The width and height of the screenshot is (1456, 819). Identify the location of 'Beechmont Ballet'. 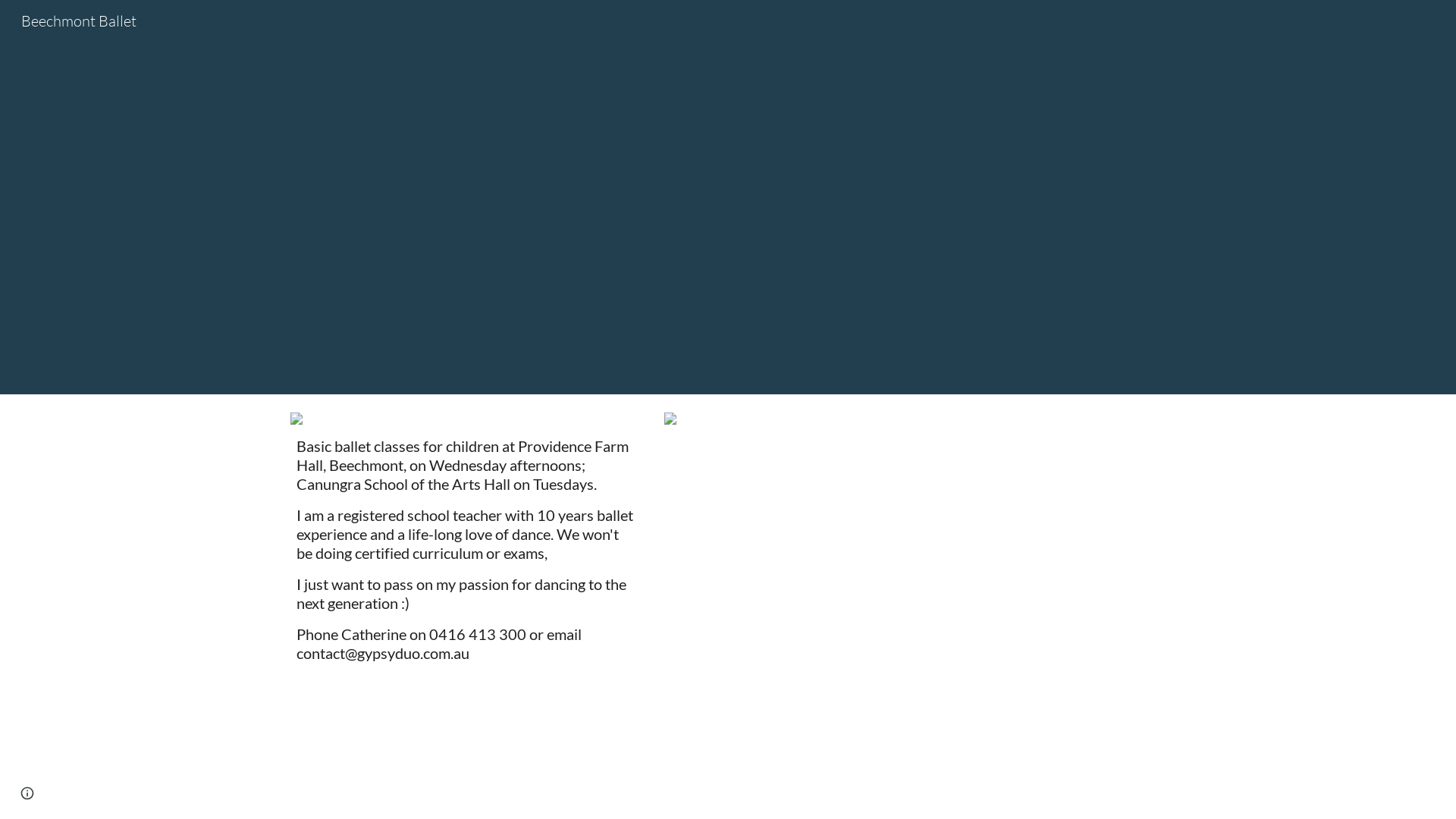
(78, 19).